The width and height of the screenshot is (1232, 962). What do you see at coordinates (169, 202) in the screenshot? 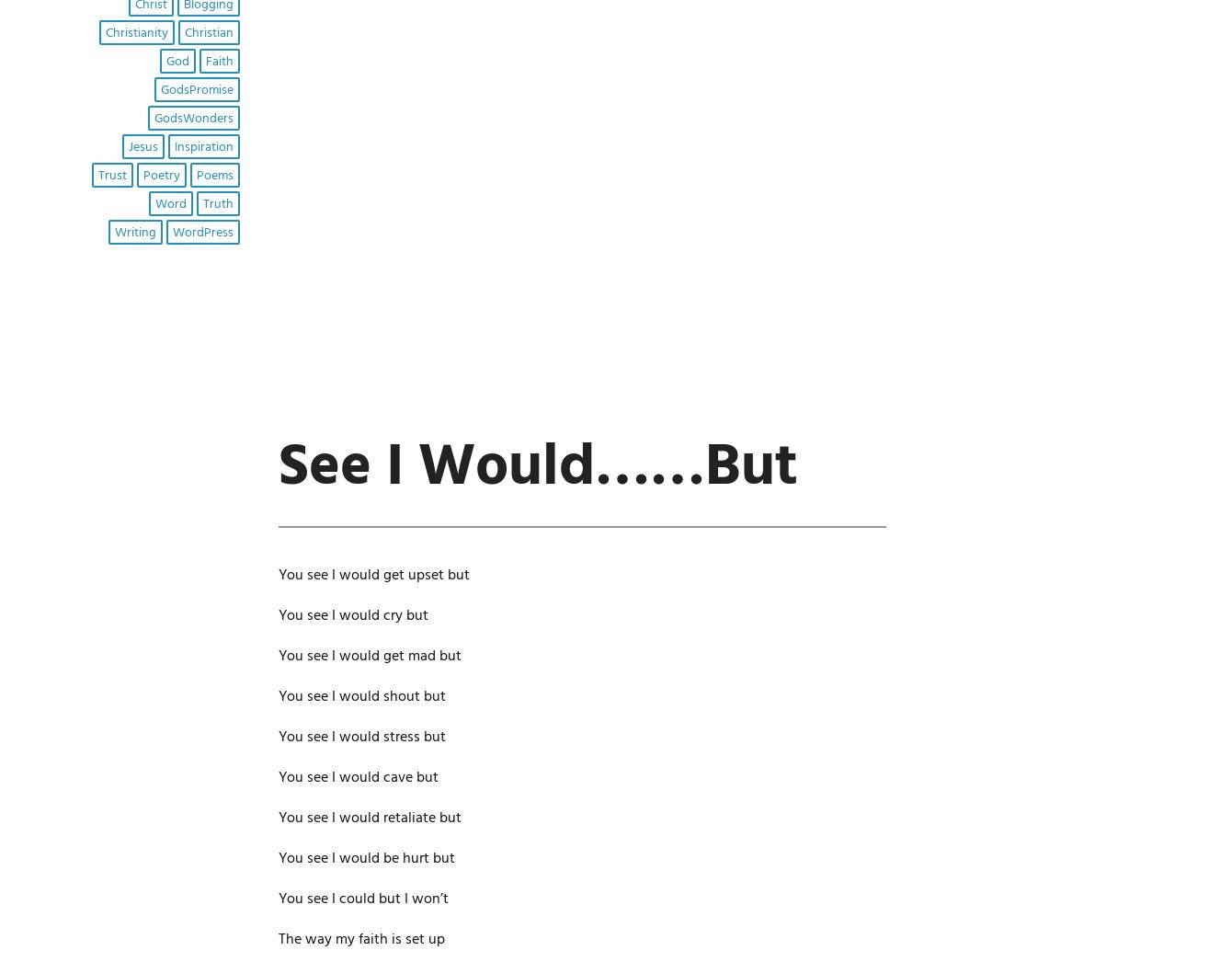
I see `'Word'` at bounding box center [169, 202].